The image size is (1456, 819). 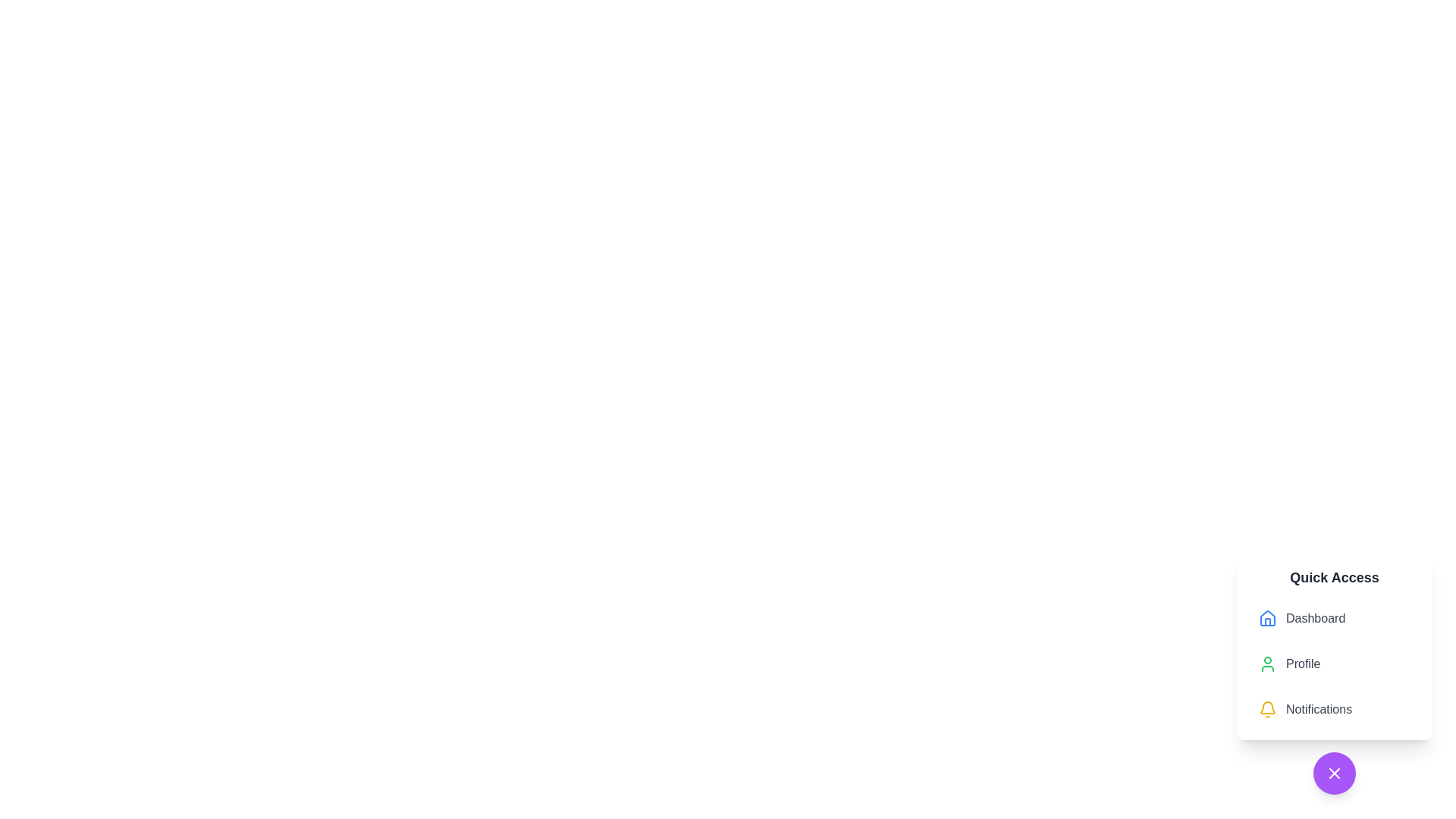 What do you see at coordinates (1335, 710) in the screenshot?
I see `the 'Notifications' button, which is the third item in the vertical list within the menu panel, featuring a yellow bell icon and gray text` at bounding box center [1335, 710].